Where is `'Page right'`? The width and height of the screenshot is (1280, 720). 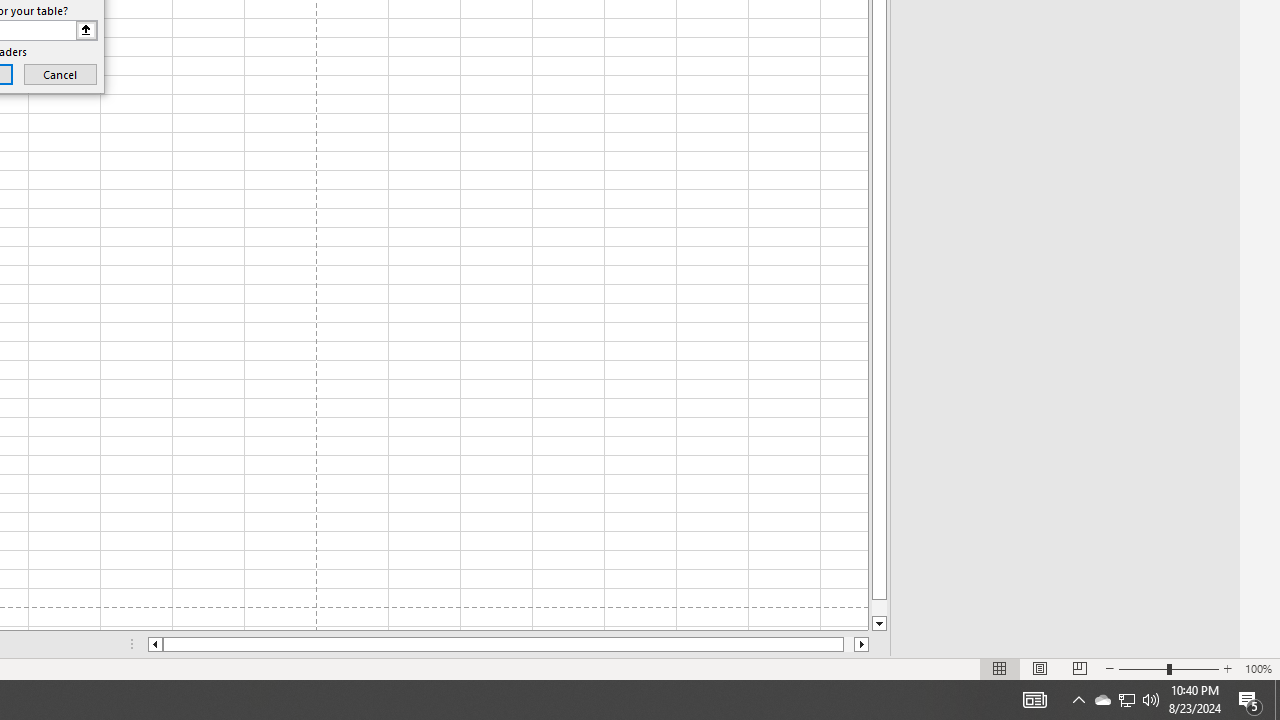 'Page right' is located at coordinates (848, 644).